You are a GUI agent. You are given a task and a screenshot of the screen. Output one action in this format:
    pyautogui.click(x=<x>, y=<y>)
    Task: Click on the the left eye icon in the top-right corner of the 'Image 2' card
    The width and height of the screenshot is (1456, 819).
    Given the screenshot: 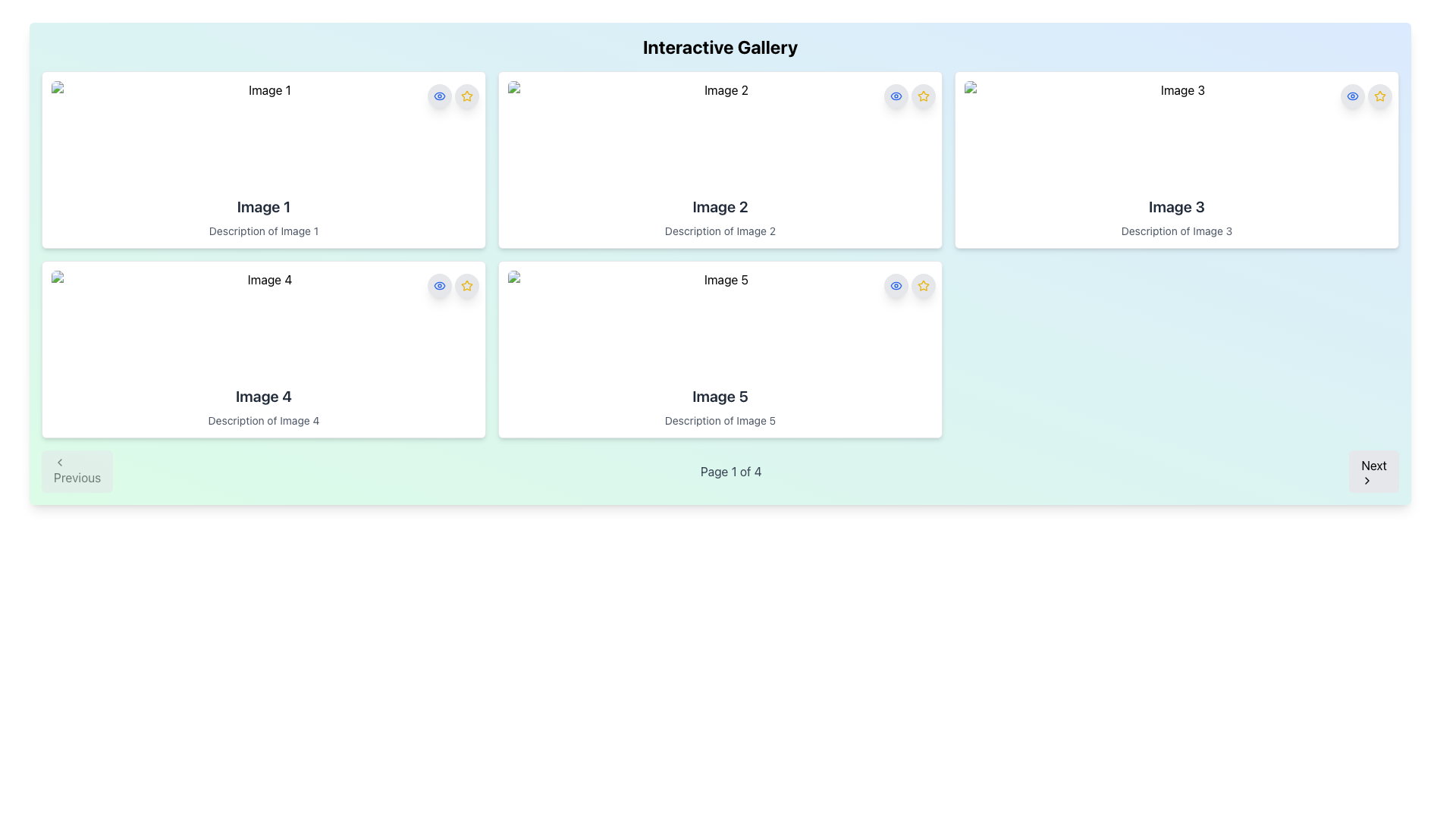 What is the action you would take?
    pyautogui.click(x=910, y=96)
    